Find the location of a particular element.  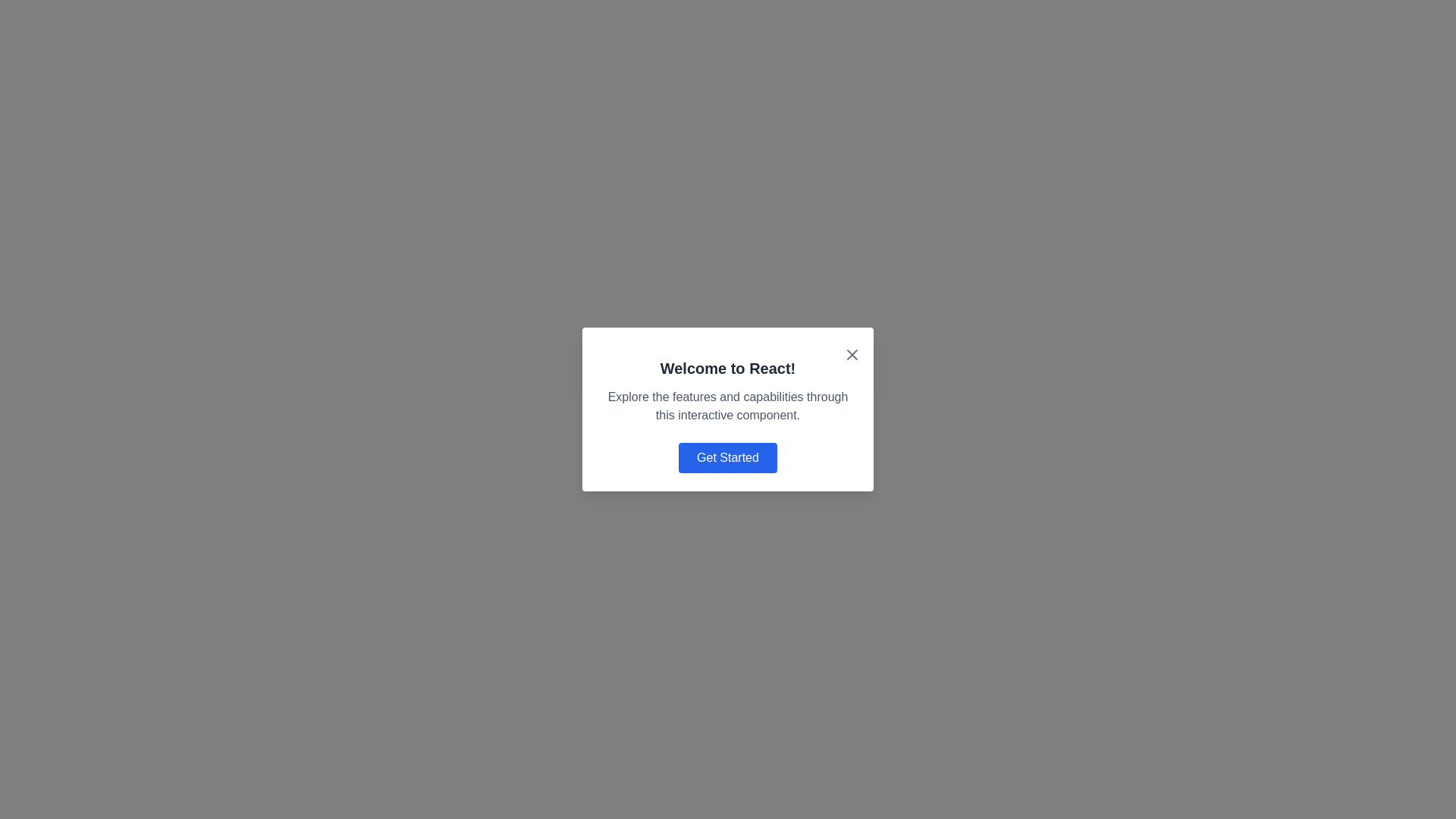

the Text block that provides descriptive information or instructions about the surrounding content, positioned beneath the heading 'Welcome to React!' and above the 'Get Started' button is located at coordinates (728, 406).